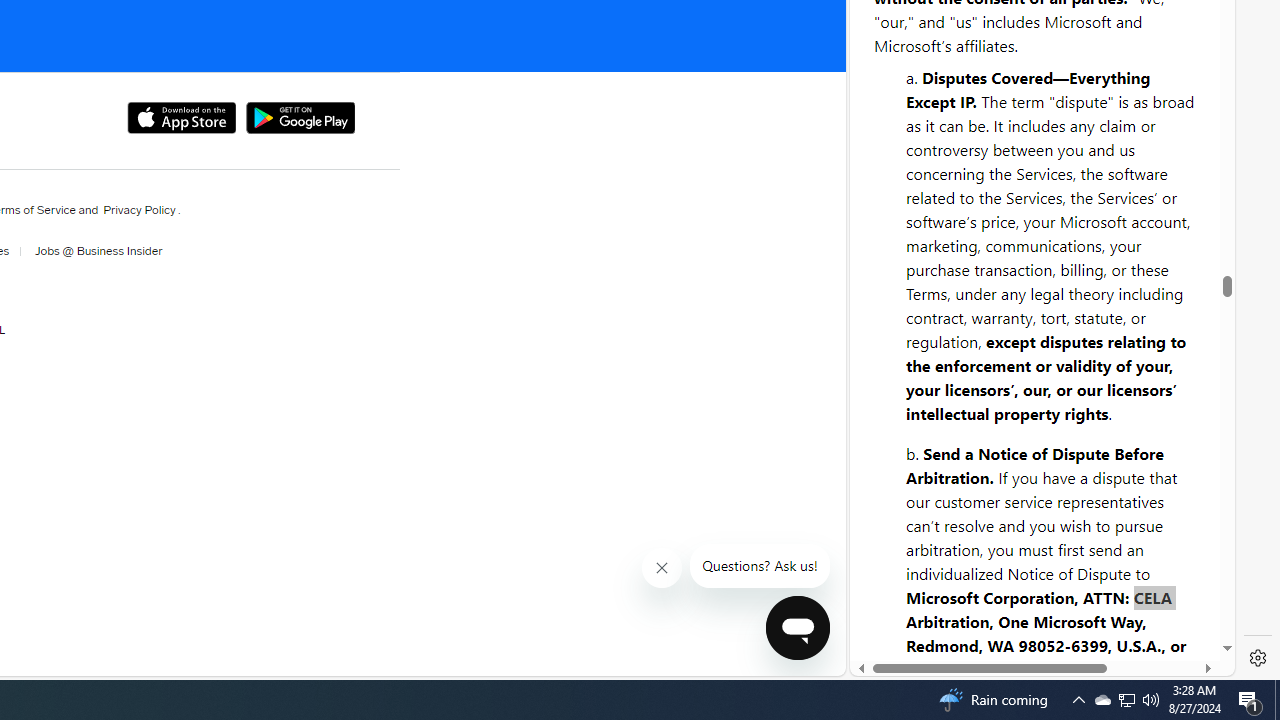 This screenshot has width=1280, height=720. What do you see at coordinates (181, 118) in the screenshot?
I see `'Download on the App Store'` at bounding box center [181, 118].